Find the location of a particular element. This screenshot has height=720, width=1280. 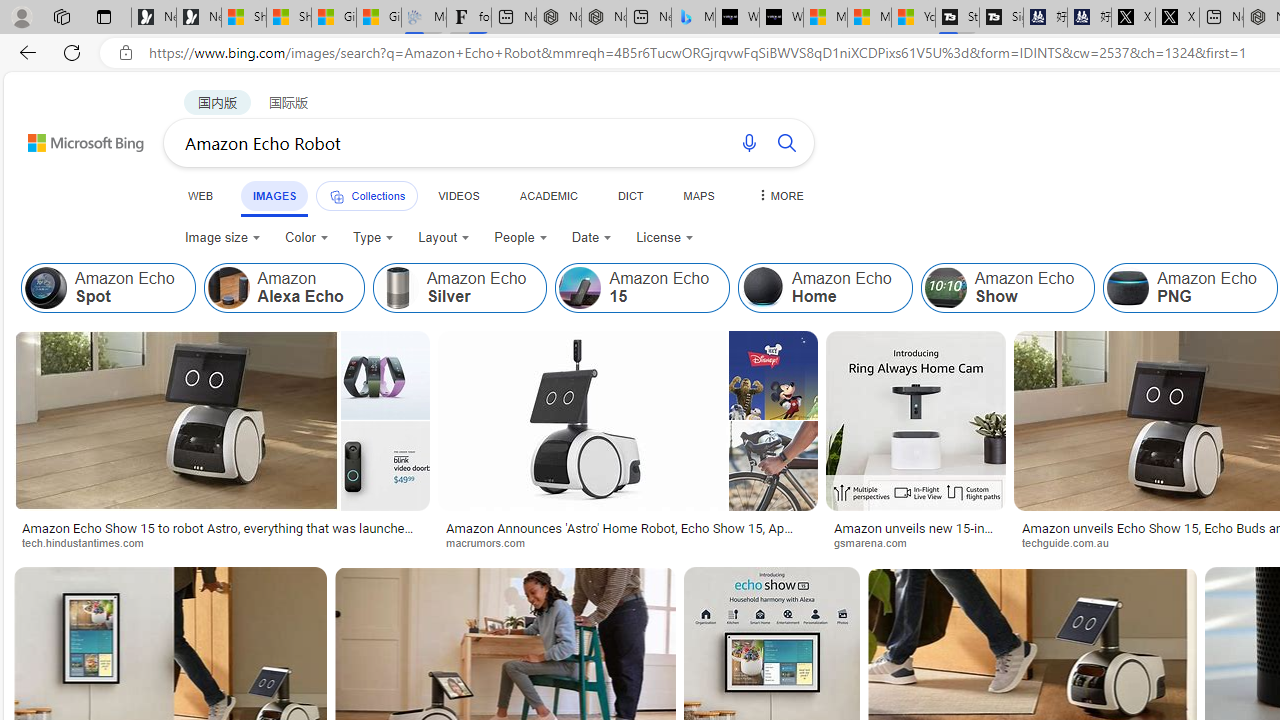

'ACADEMIC' is located at coordinates (548, 195).